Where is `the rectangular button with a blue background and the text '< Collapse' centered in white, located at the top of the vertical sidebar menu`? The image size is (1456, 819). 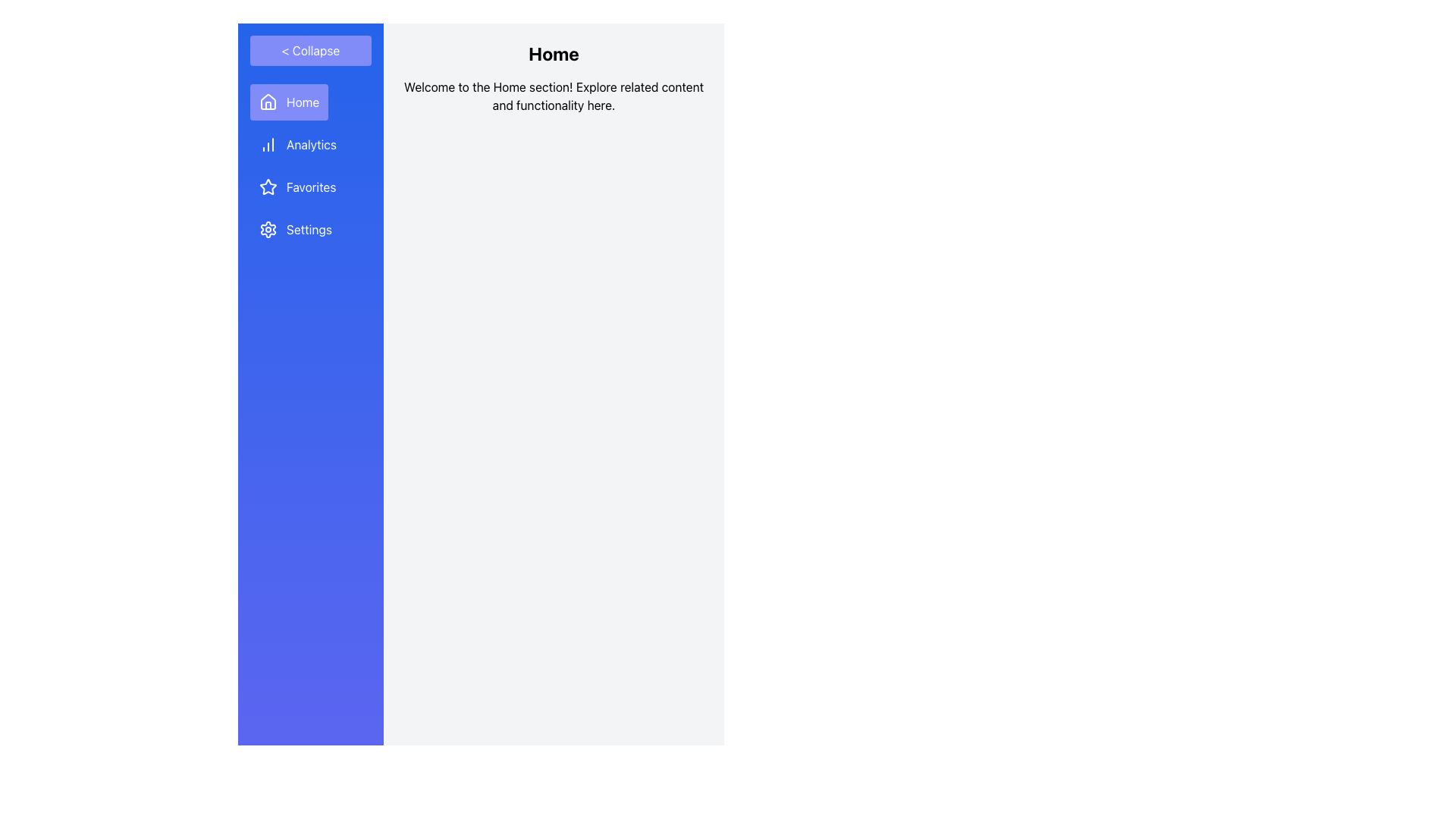
the rectangular button with a blue background and the text '< Collapse' centered in white, located at the top of the vertical sidebar menu is located at coordinates (310, 49).